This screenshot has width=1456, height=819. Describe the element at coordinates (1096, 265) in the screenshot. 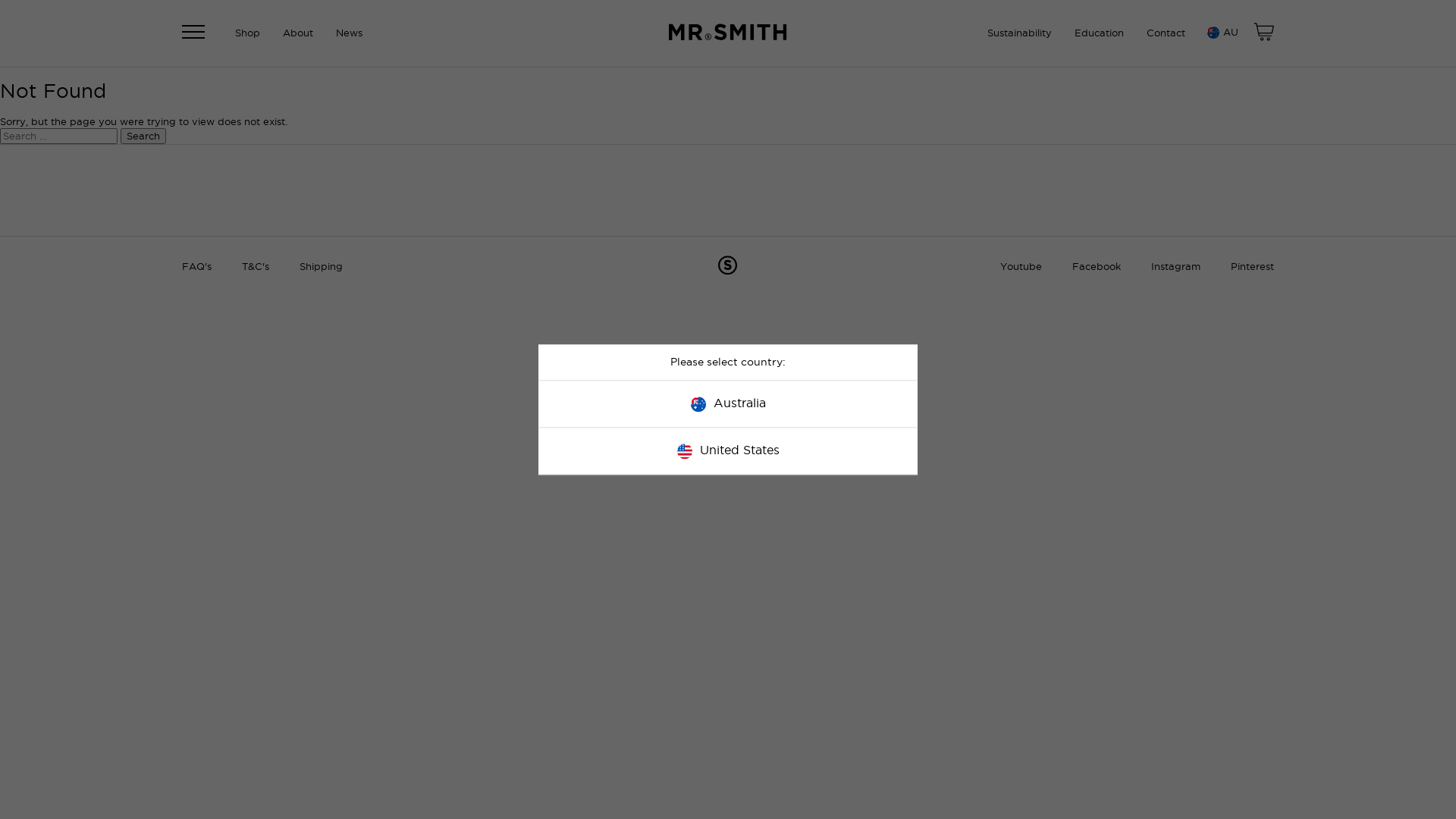

I see `'Facebook'` at that location.